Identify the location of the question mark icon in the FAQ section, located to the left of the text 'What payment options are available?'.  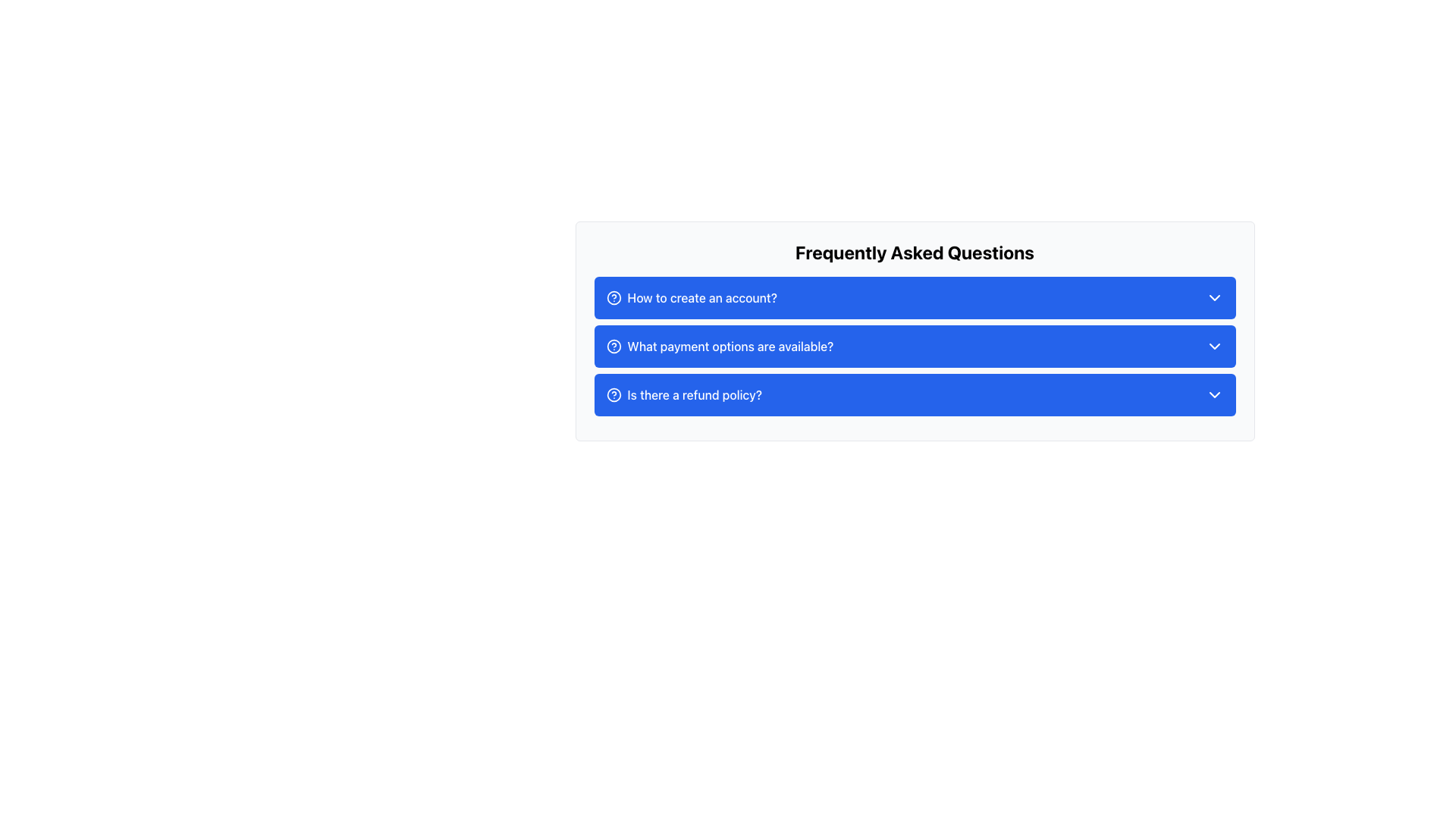
(613, 346).